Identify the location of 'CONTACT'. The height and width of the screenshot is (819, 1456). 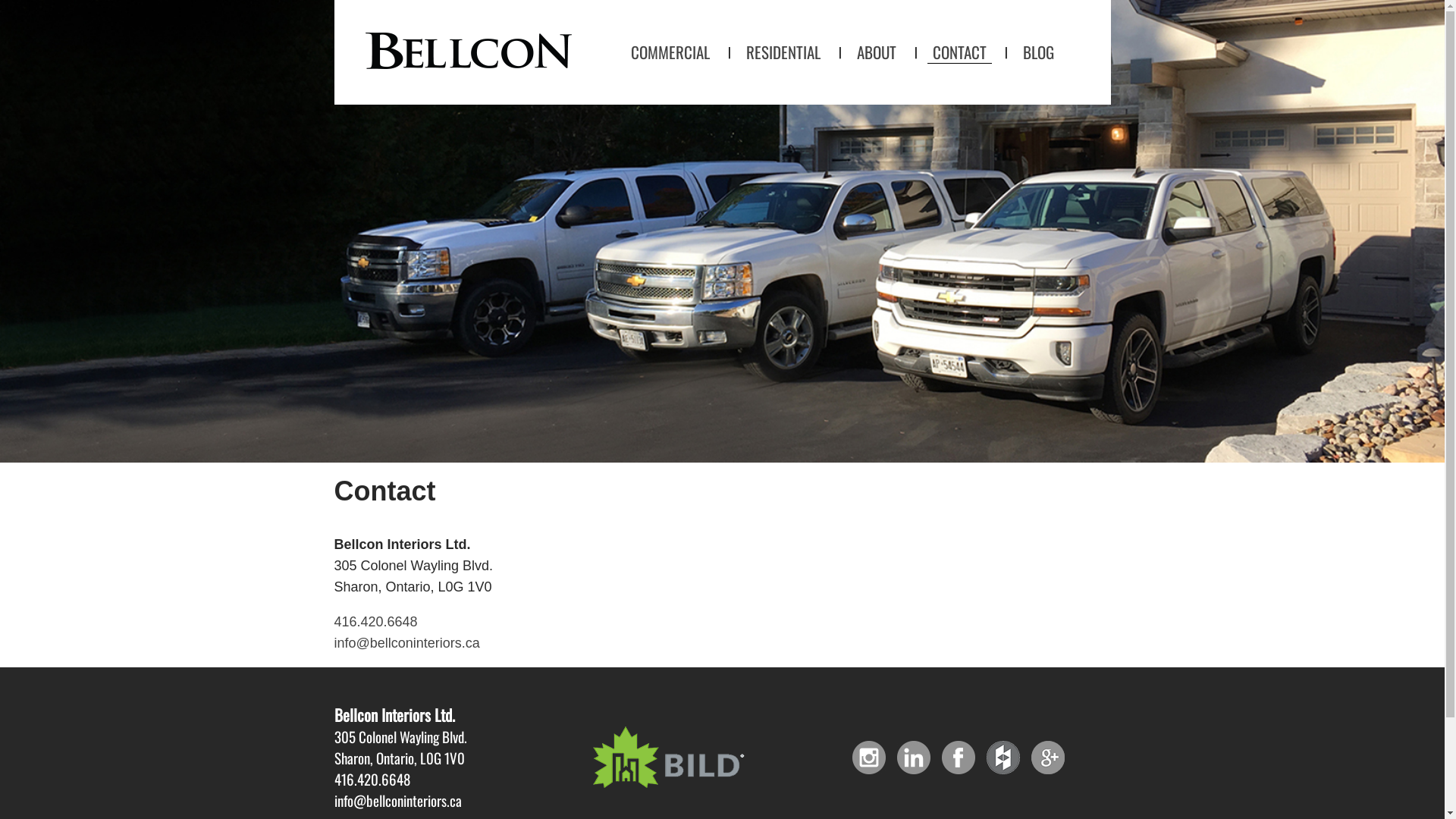
(958, 52).